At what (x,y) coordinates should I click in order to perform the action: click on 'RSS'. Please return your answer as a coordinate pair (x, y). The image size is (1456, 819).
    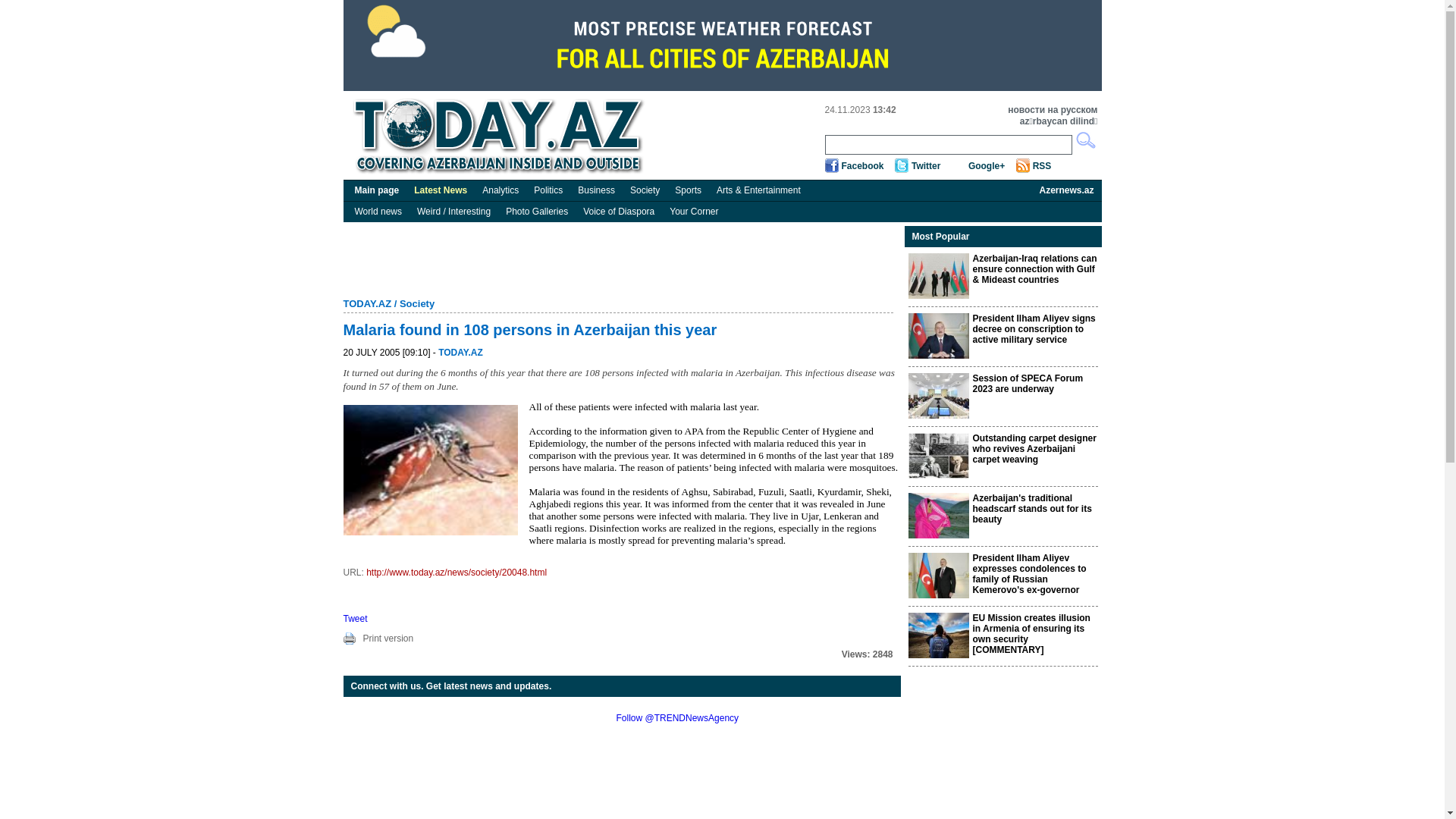
    Looking at the image, I should click on (1032, 166).